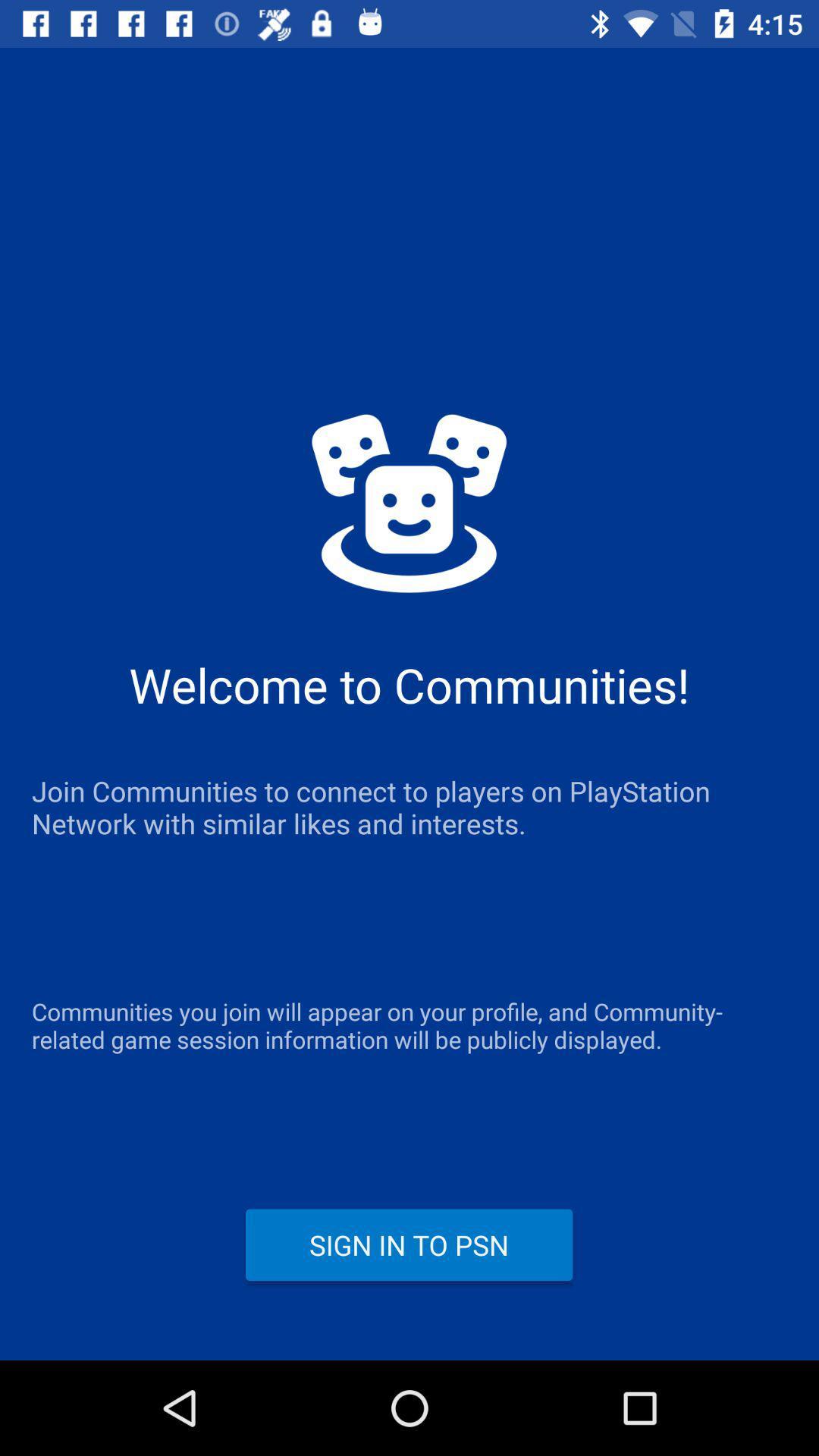 This screenshot has height=1456, width=819. I want to click on the item below the communities you join icon, so click(408, 1244).